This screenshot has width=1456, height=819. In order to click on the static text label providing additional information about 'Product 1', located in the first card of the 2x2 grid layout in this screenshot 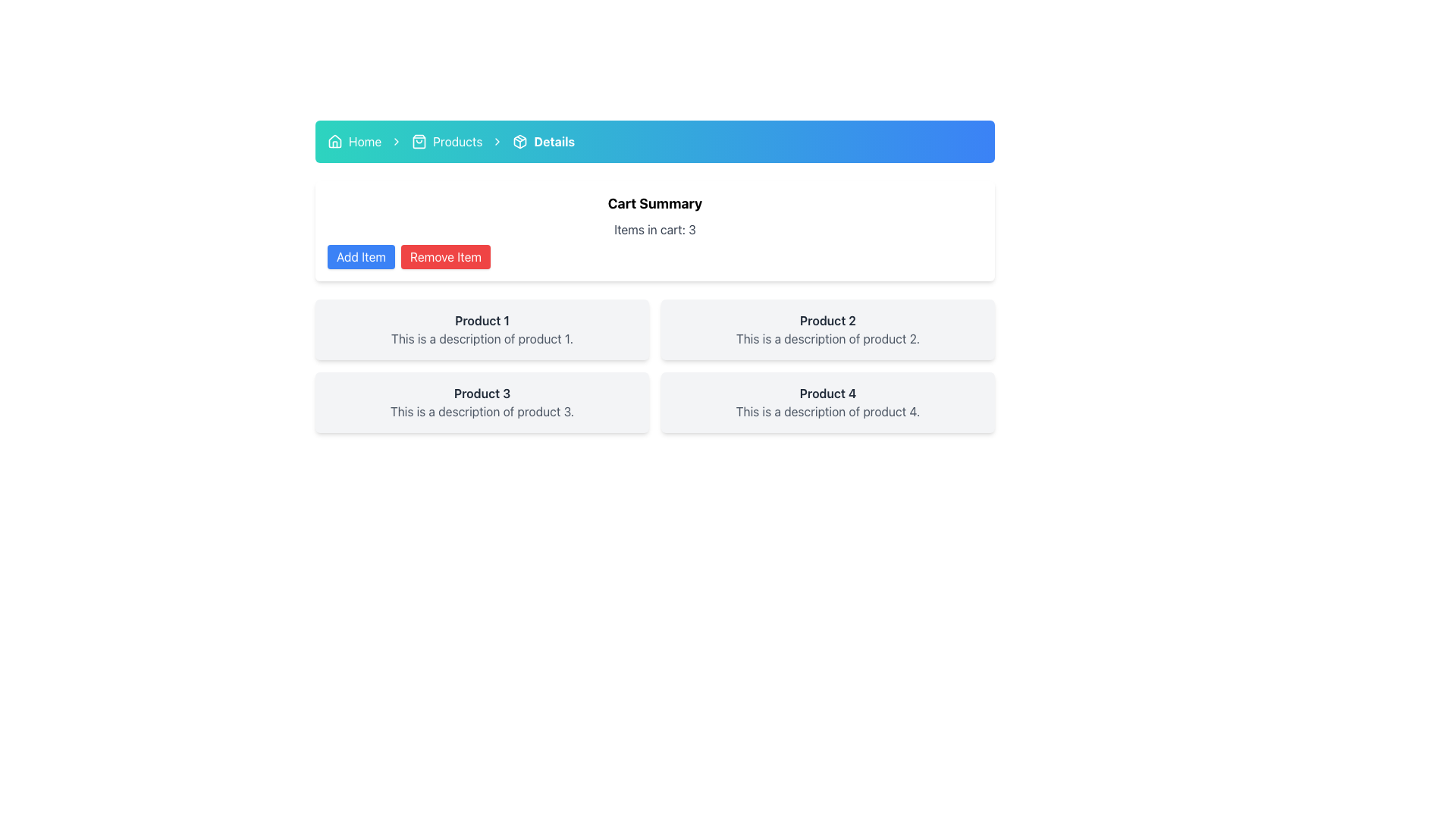, I will do `click(481, 338)`.